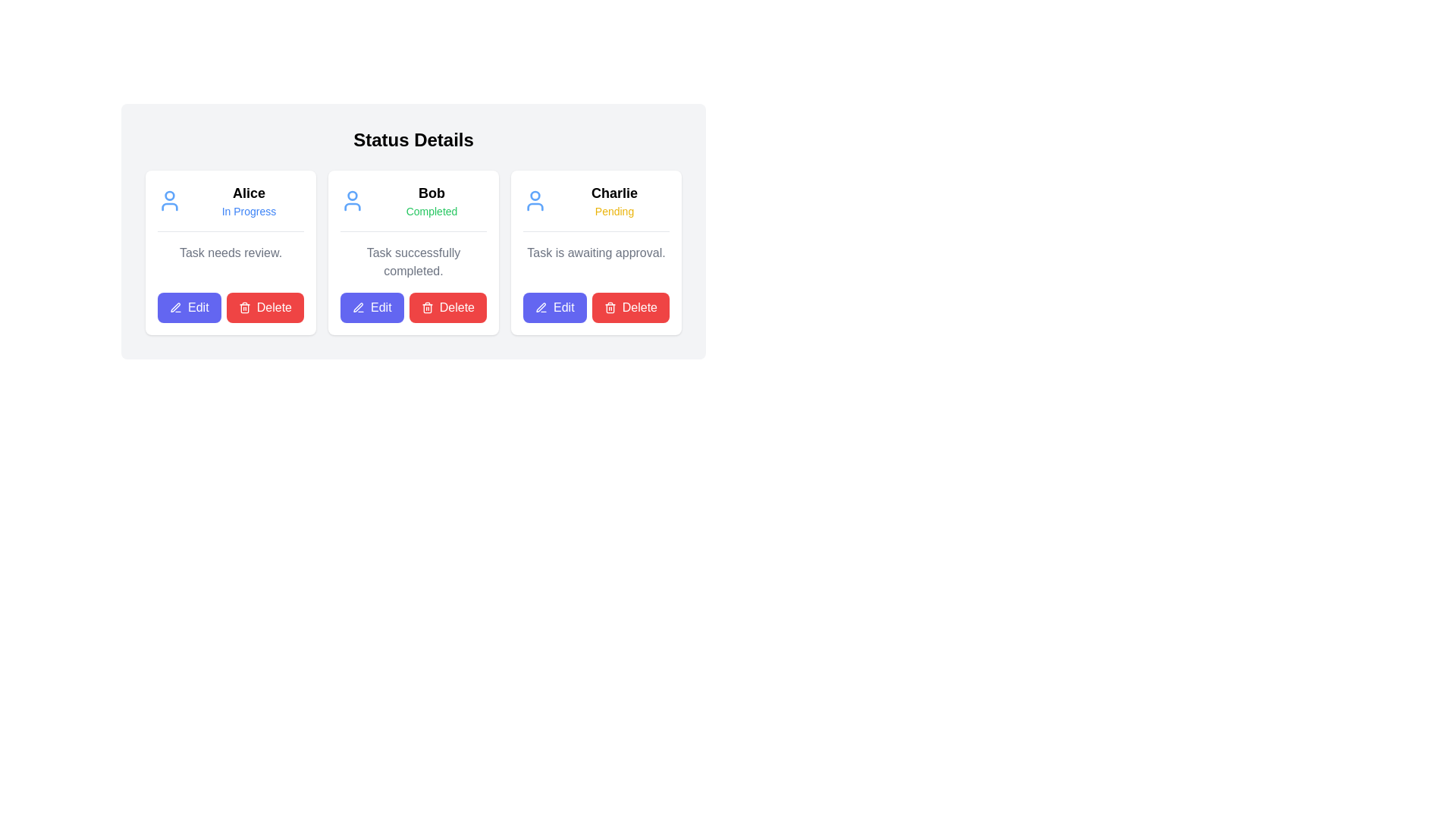 The image size is (1456, 819). I want to click on the text label that displays 'Task needs review.' in gray color, located below 'Alice' and 'In Progress' in the 'Status Details' section, so click(230, 262).